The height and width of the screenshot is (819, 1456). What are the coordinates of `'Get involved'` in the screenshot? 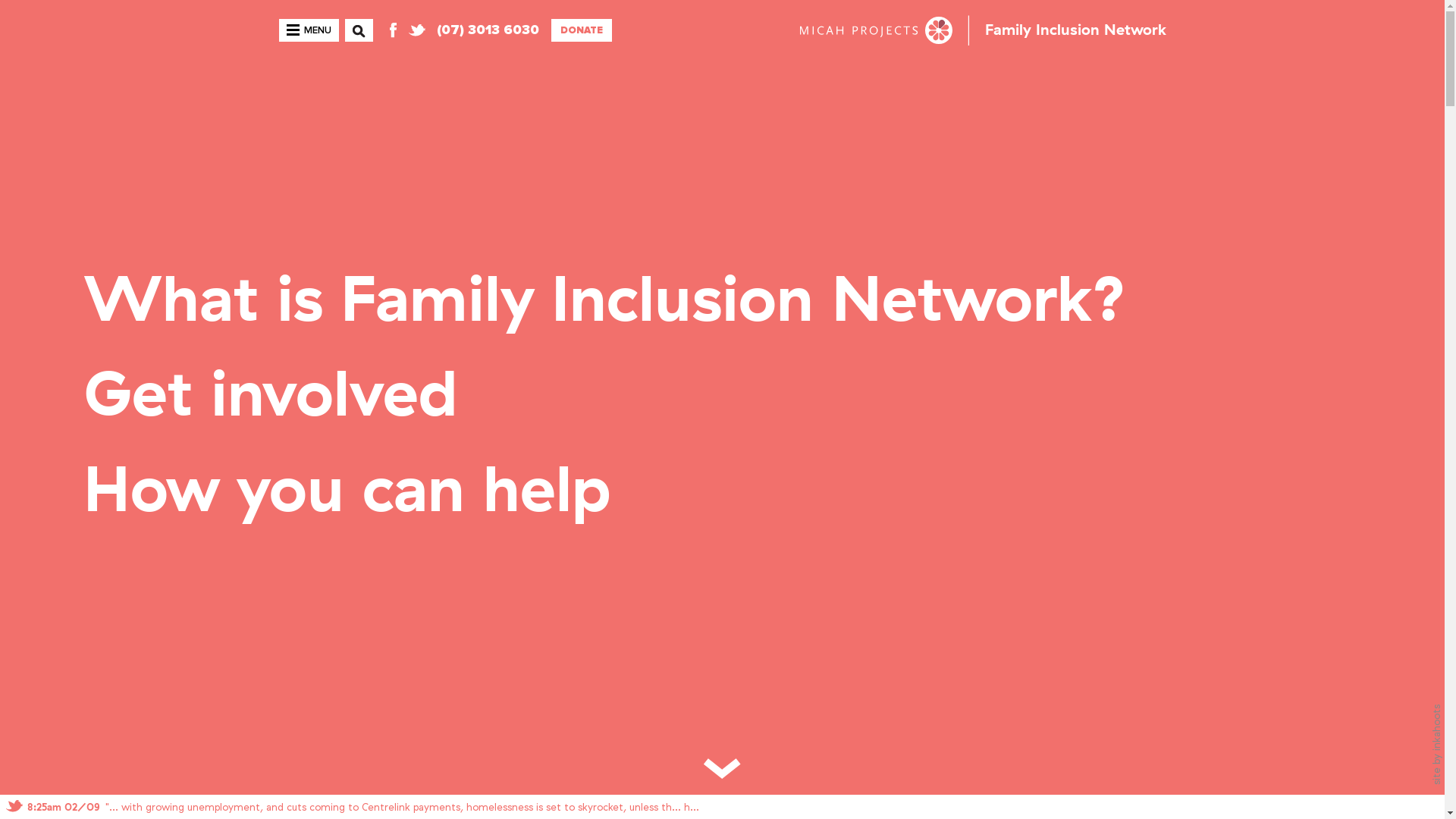 It's located at (270, 396).